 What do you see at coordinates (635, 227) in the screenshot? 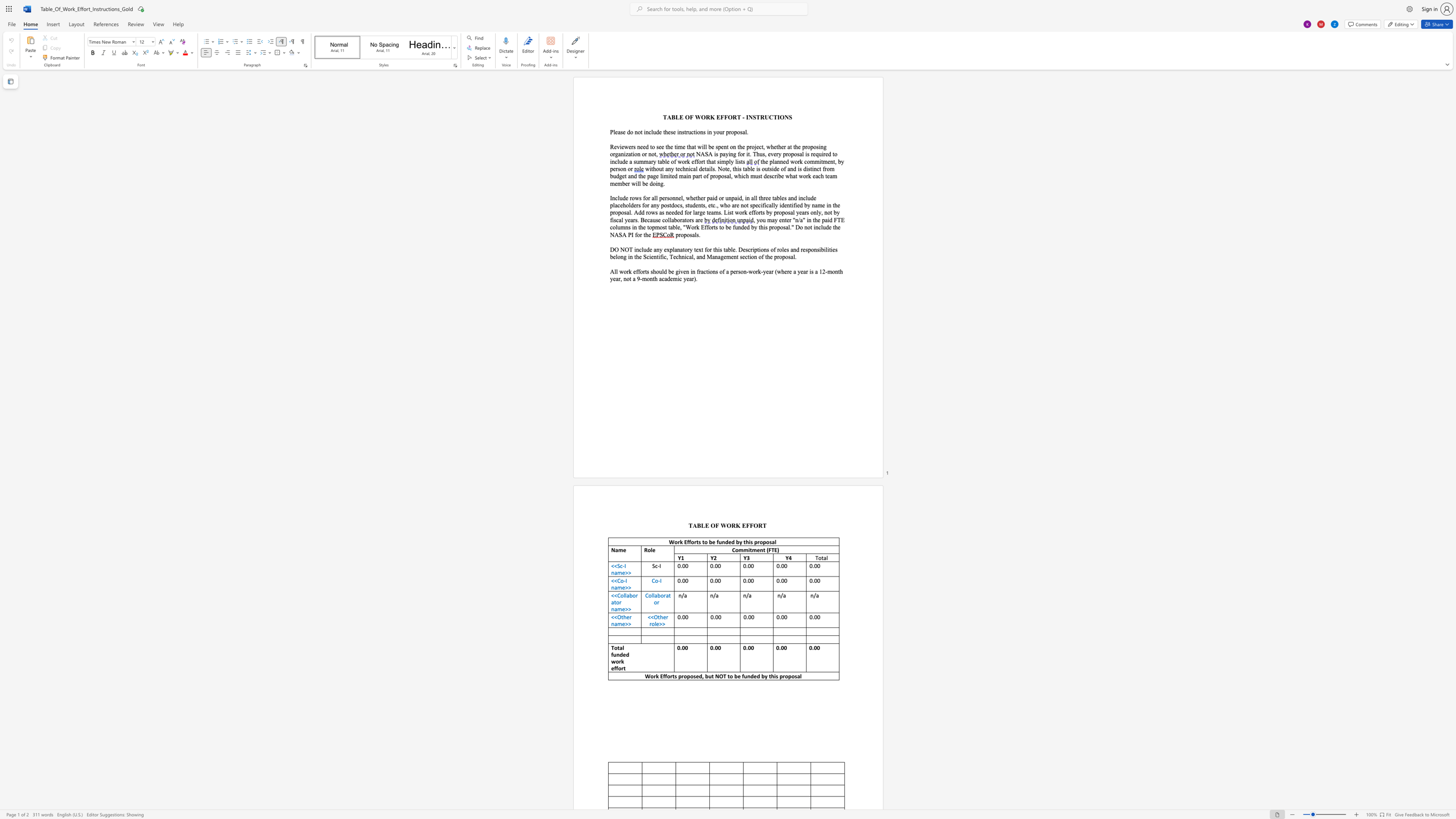
I see `the 5th character "n" in the text` at bounding box center [635, 227].